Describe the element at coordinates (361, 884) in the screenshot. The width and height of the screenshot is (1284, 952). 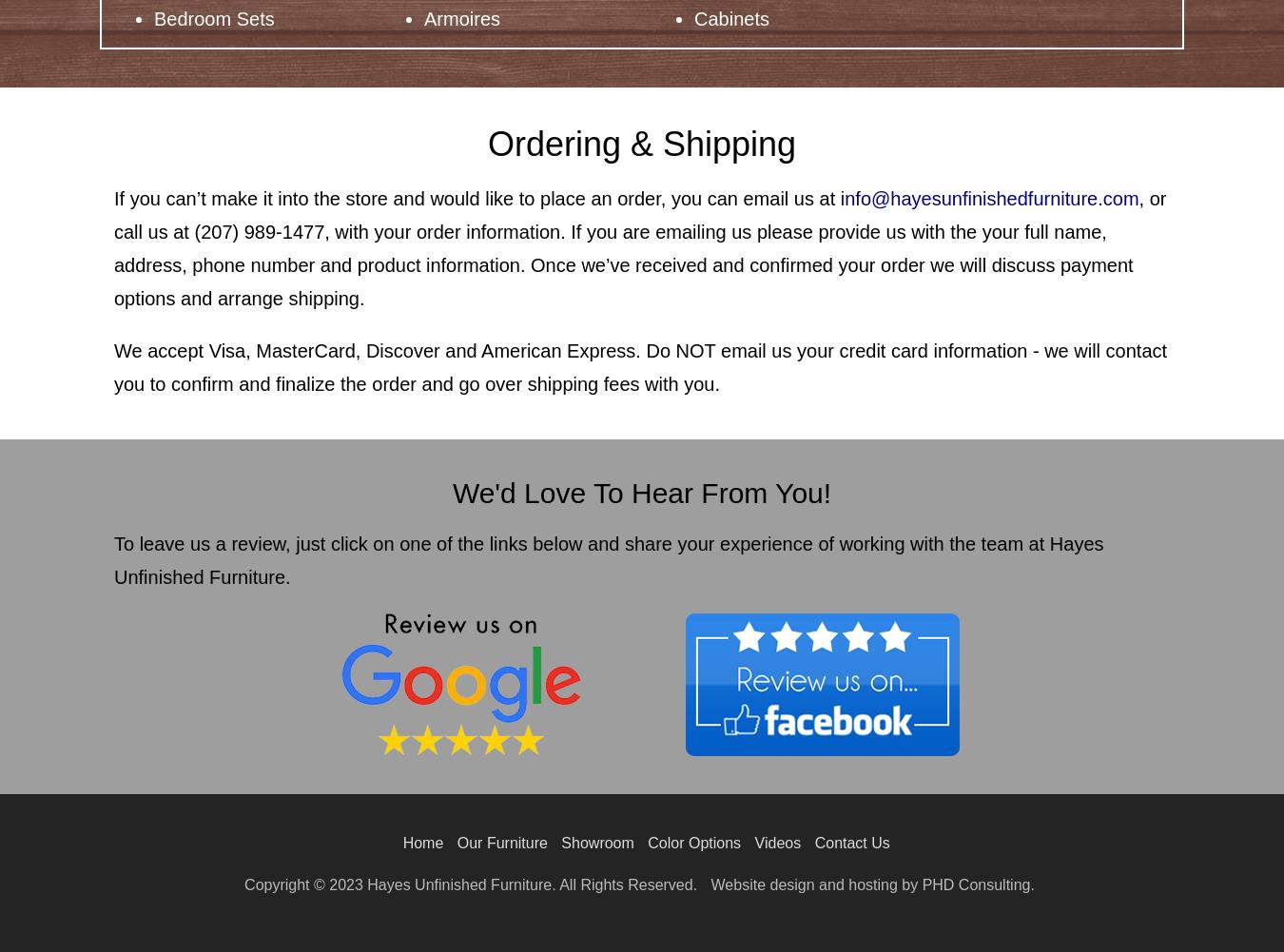
I see `'Hayes Unfinished Furniture. All Rights Reserved.'` at that location.